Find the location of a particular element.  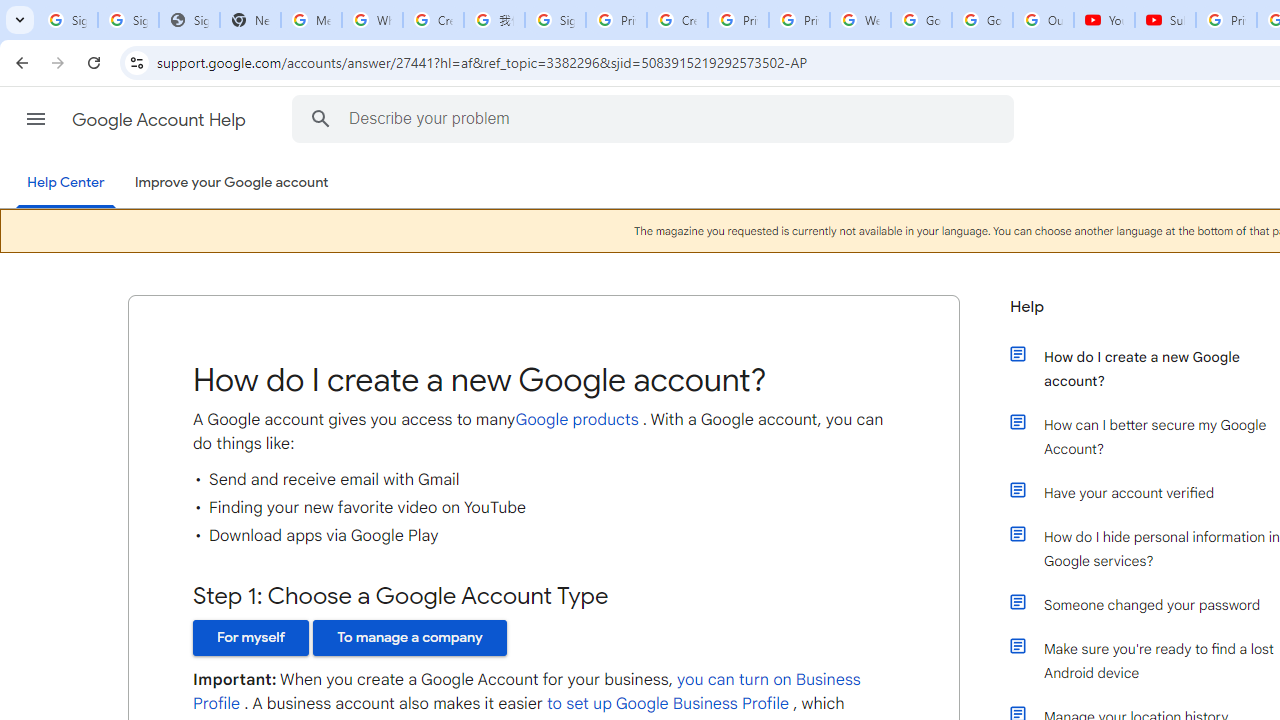

'Welcome to My Activity' is located at coordinates (860, 20).